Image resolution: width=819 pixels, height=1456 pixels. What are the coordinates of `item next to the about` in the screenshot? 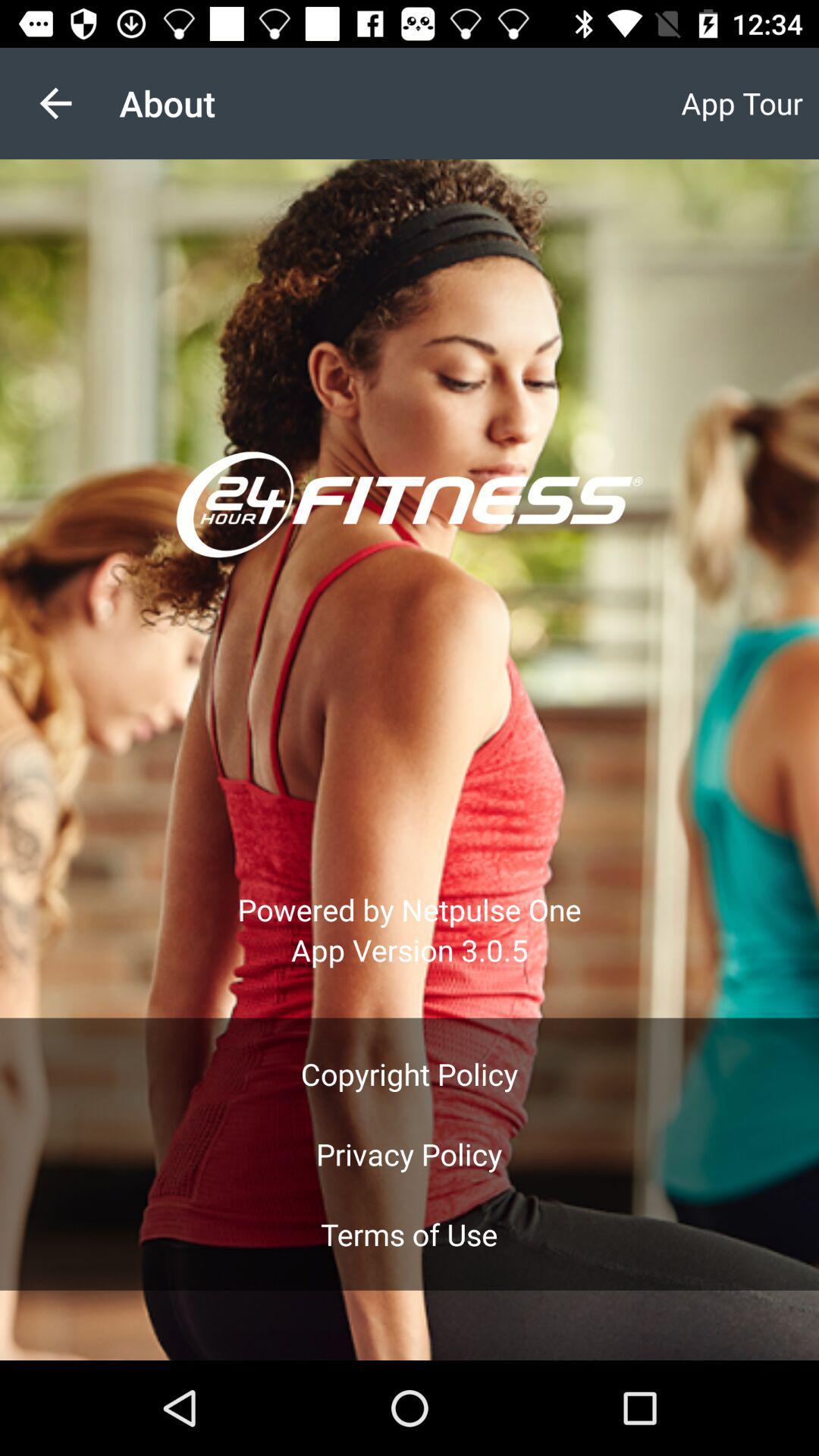 It's located at (741, 102).